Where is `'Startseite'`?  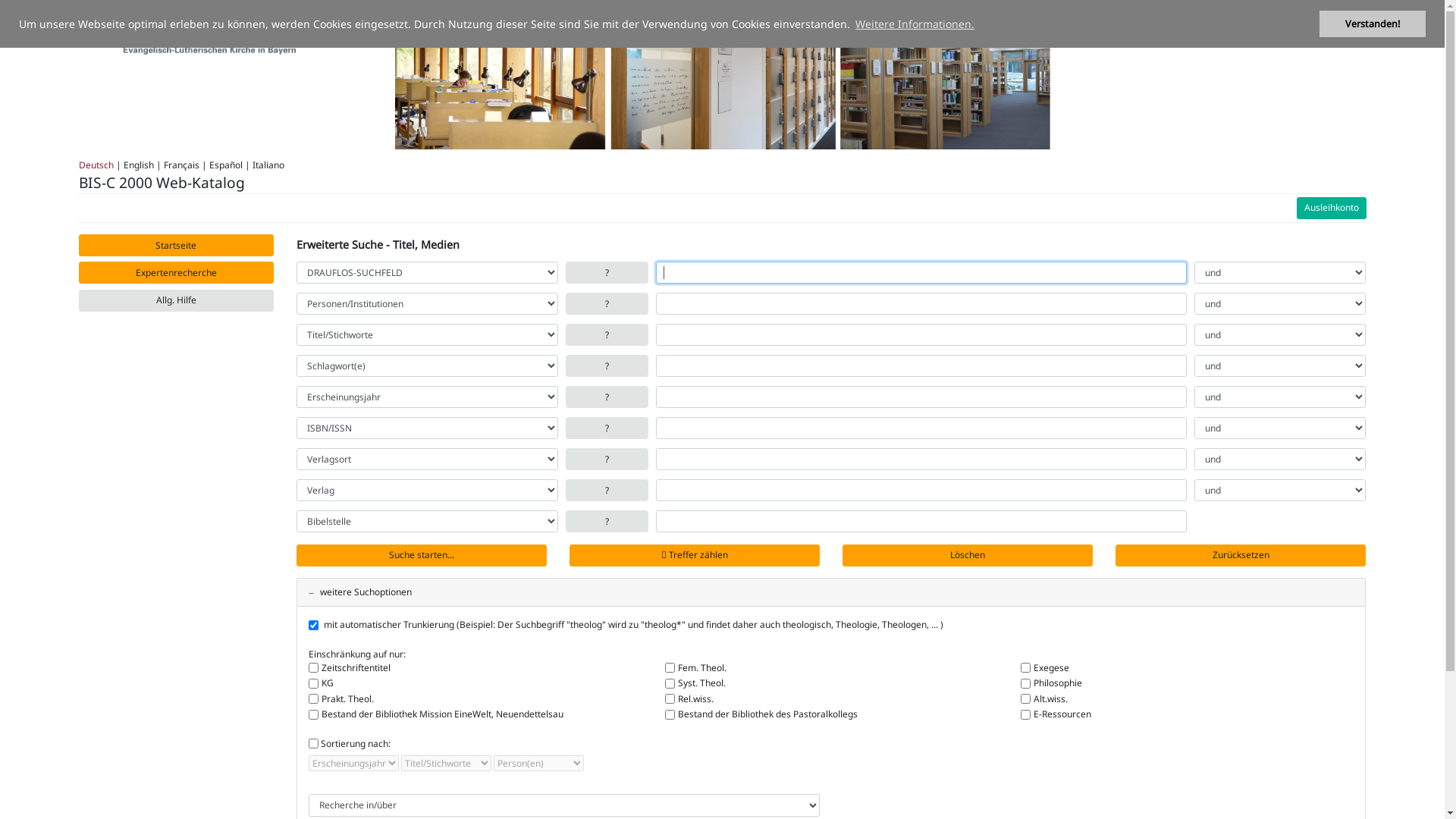 'Startseite' is located at coordinates (177, 244).